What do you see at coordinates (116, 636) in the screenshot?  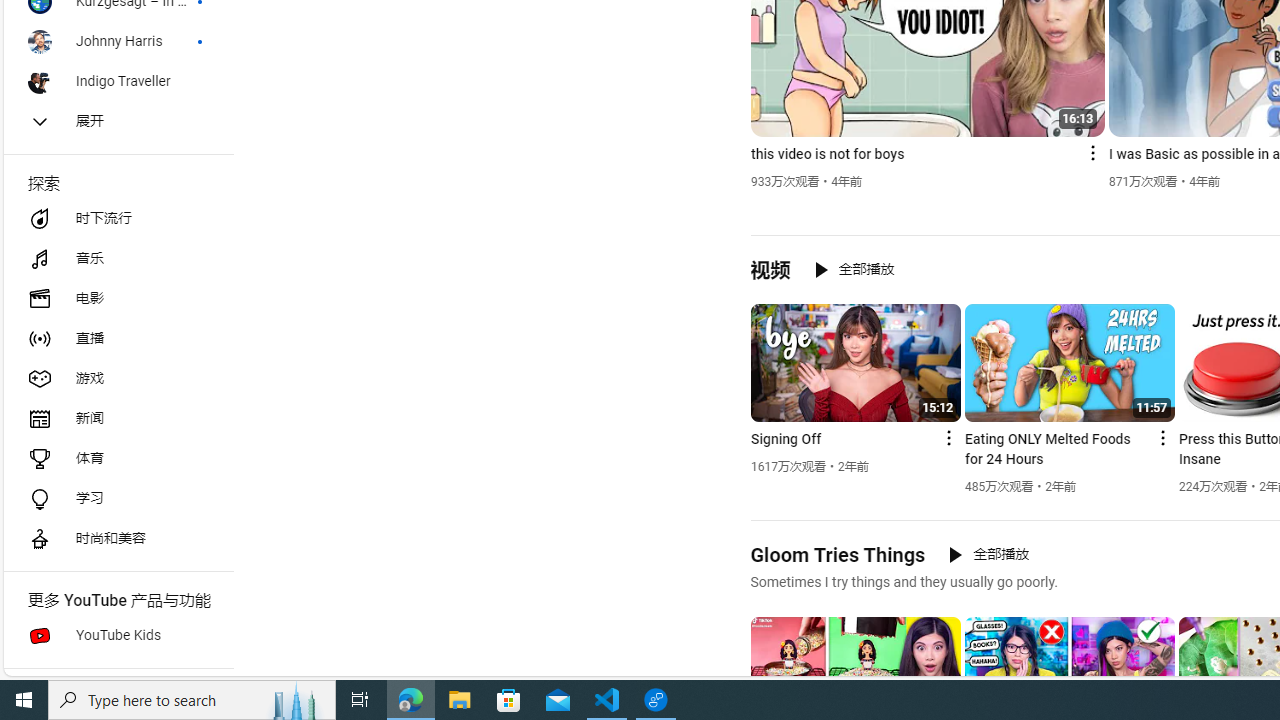 I see `'YouTube Kids'` at bounding box center [116, 636].